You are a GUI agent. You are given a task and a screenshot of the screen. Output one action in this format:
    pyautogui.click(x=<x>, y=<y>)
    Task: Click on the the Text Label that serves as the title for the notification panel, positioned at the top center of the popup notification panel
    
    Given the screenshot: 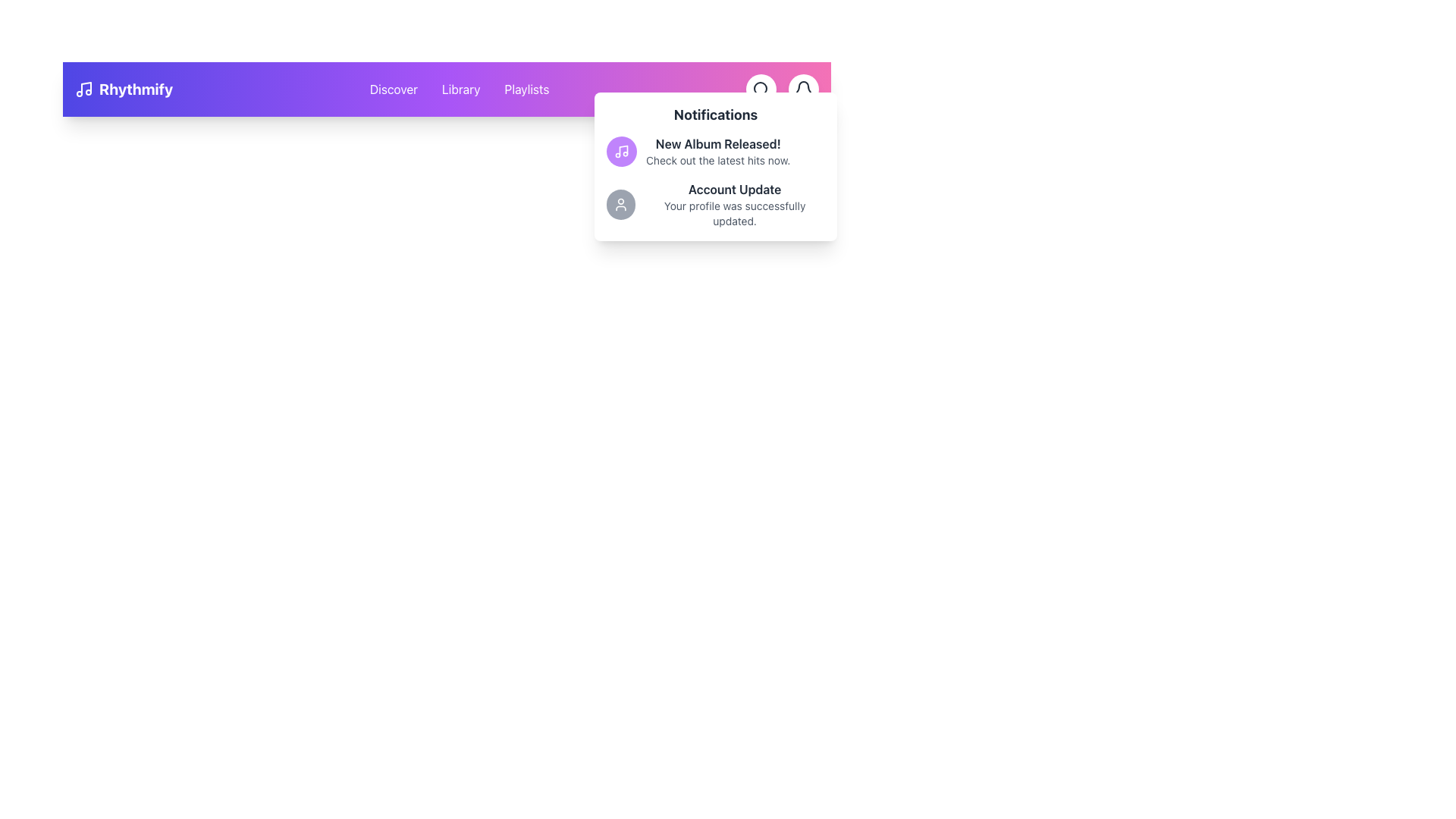 What is the action you would take?
    pyautogui.click(x=715, y=114)
    